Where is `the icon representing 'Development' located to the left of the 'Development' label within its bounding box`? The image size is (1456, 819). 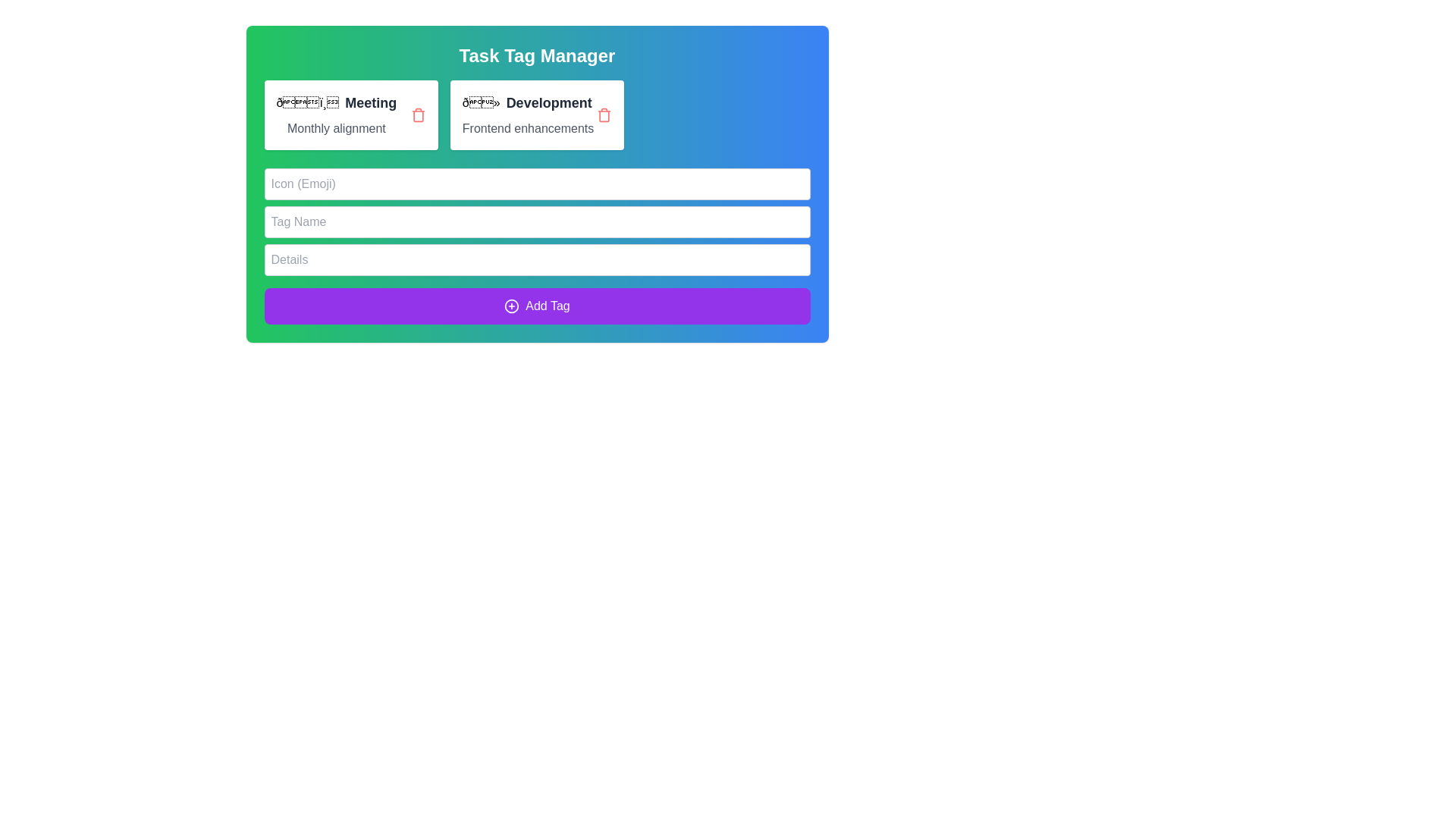
the icon representing 'Development' located to the left of the 'Development' label within its bounding box is located at coordinates (480, 102).